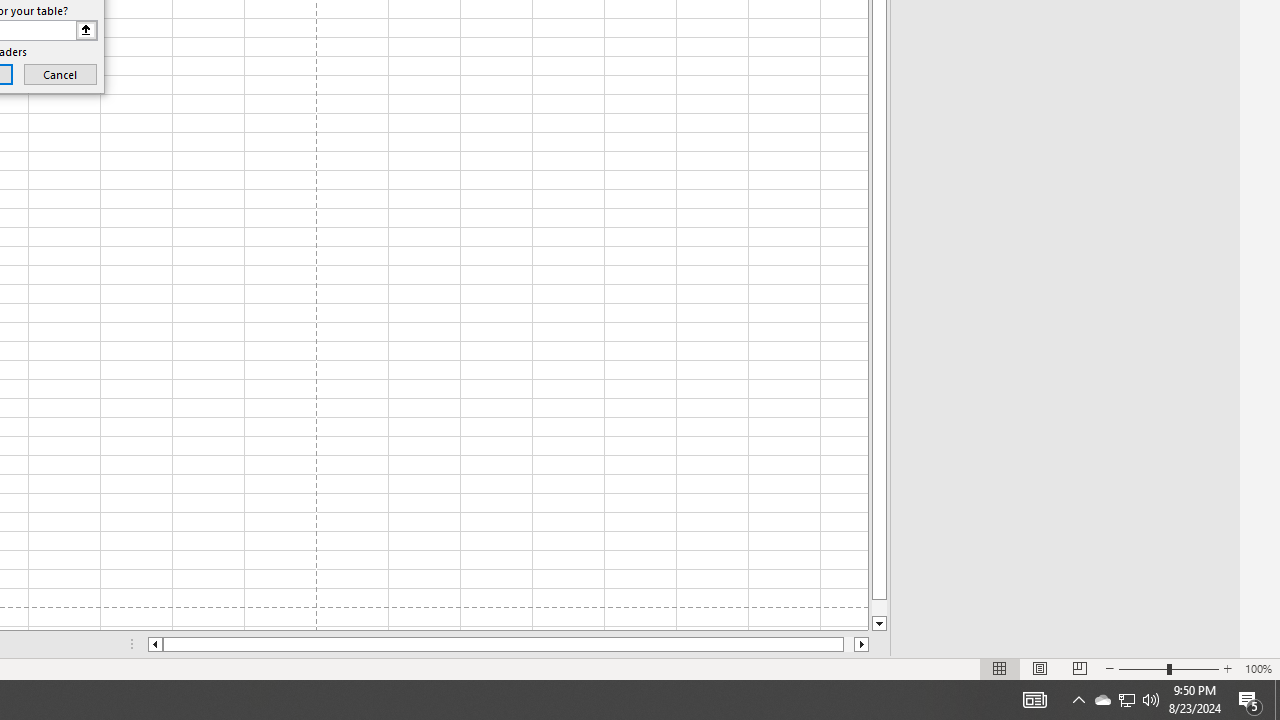 The height and width of the screenshot is (720, 1280). What do you see at coordinates (1040, 669) in the screenshot?
I see `'Page Layout'` at bounding box center [1040, 669].